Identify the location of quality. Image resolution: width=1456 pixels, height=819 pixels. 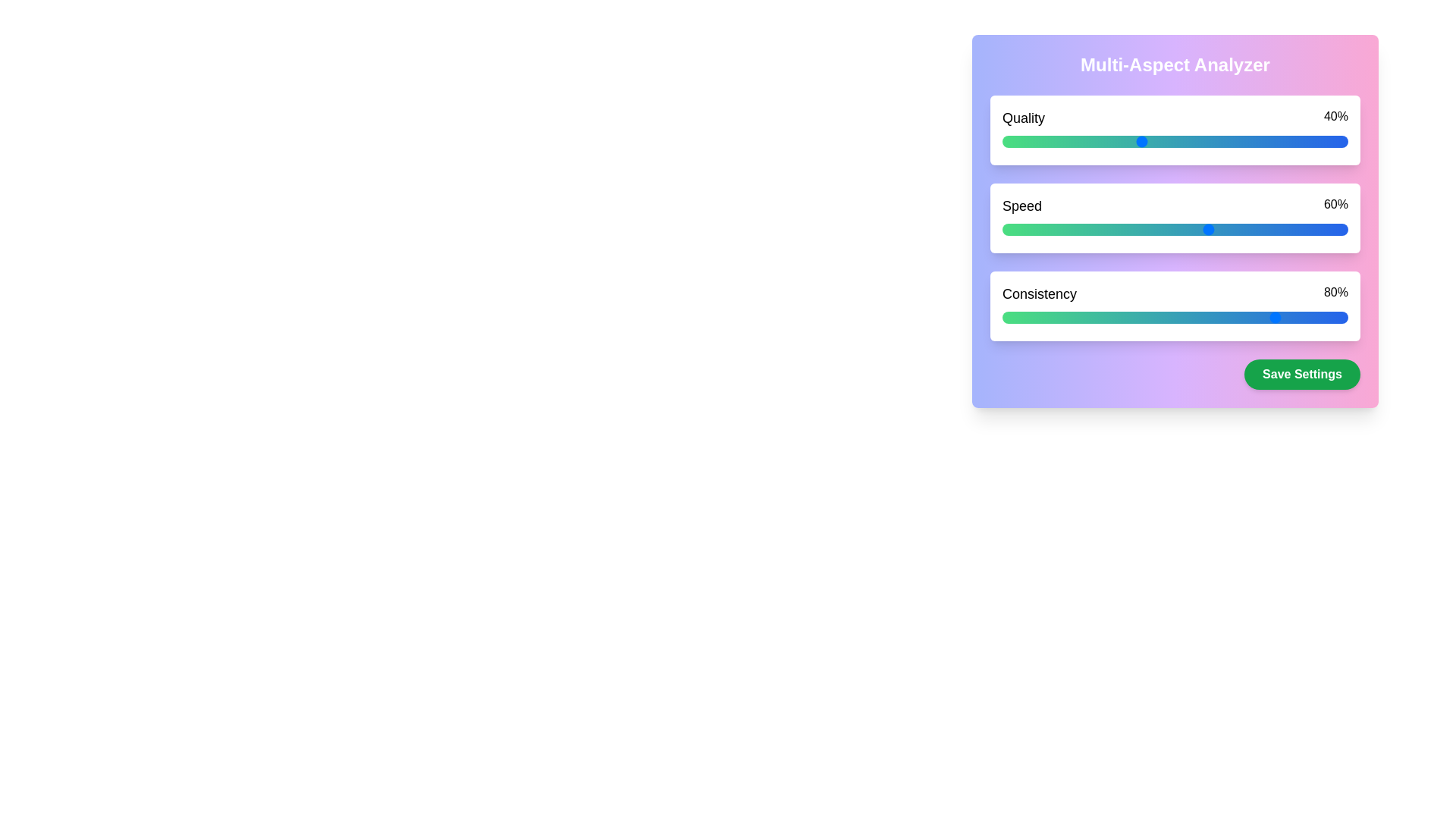
(1291, 141).